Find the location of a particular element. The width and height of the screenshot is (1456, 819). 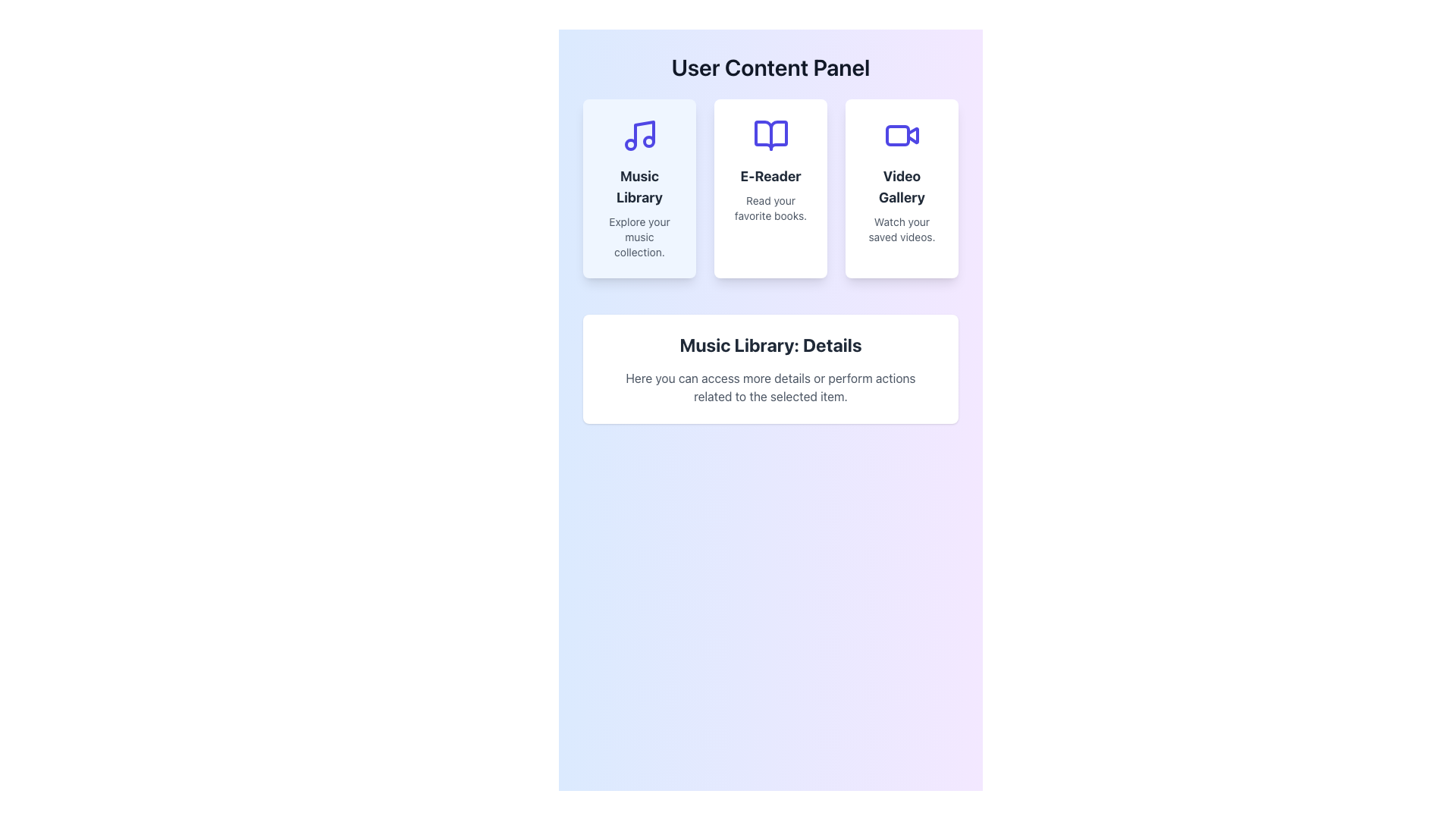

the text label displaying 'E-Reader' in bold and centered style, located in the middle card at the top of the interface, between 'Music Library' and 'Video Gallery' is located at coordinates (770, 175).